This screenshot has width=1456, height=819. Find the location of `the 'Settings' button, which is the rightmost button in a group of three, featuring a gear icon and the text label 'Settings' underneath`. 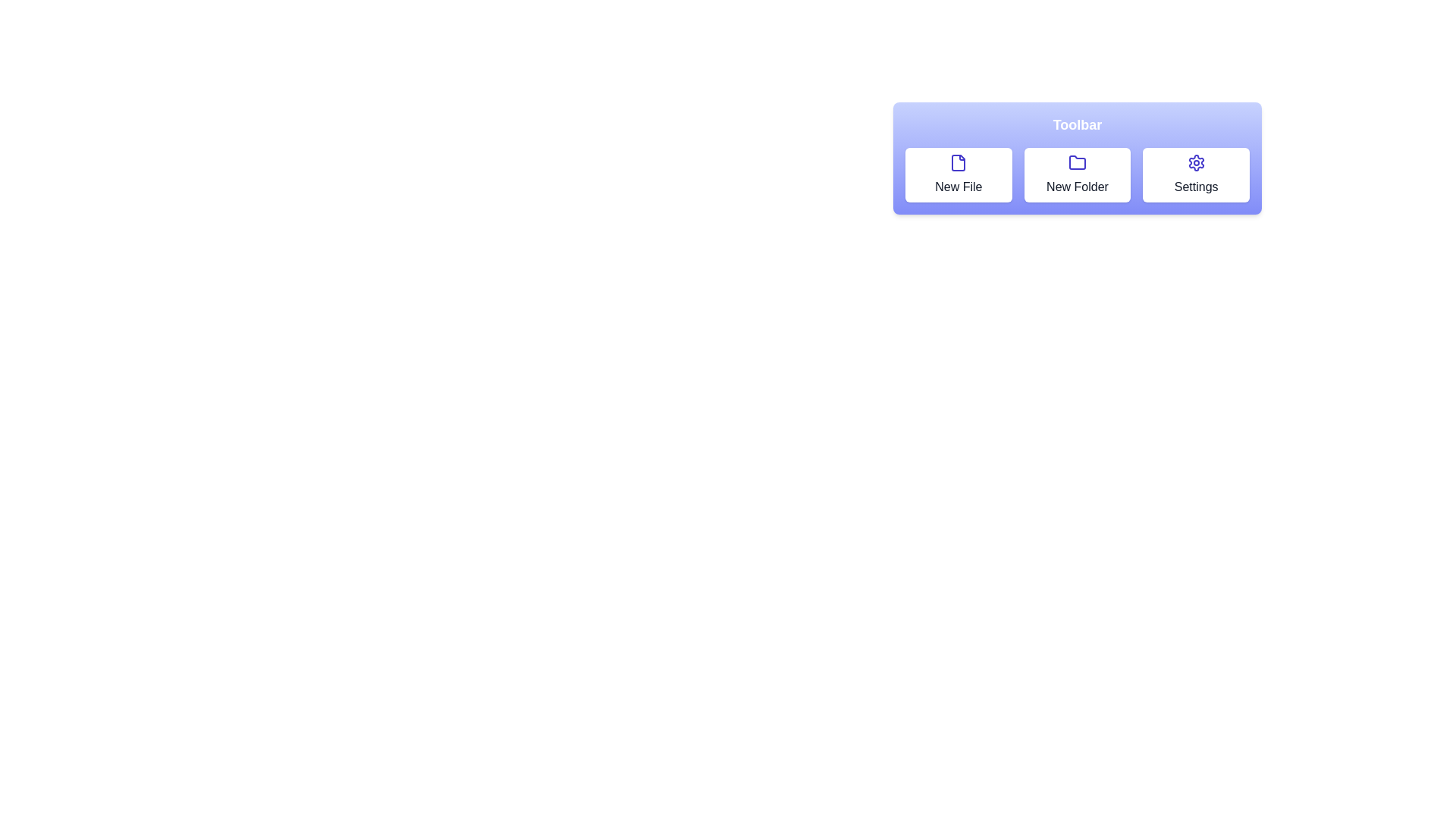

the 'Settings' button, which is the rightmost button in a group of three, featuring a gear icon and the text label 'Settings' underneath is located at coordinates (1195, 174).